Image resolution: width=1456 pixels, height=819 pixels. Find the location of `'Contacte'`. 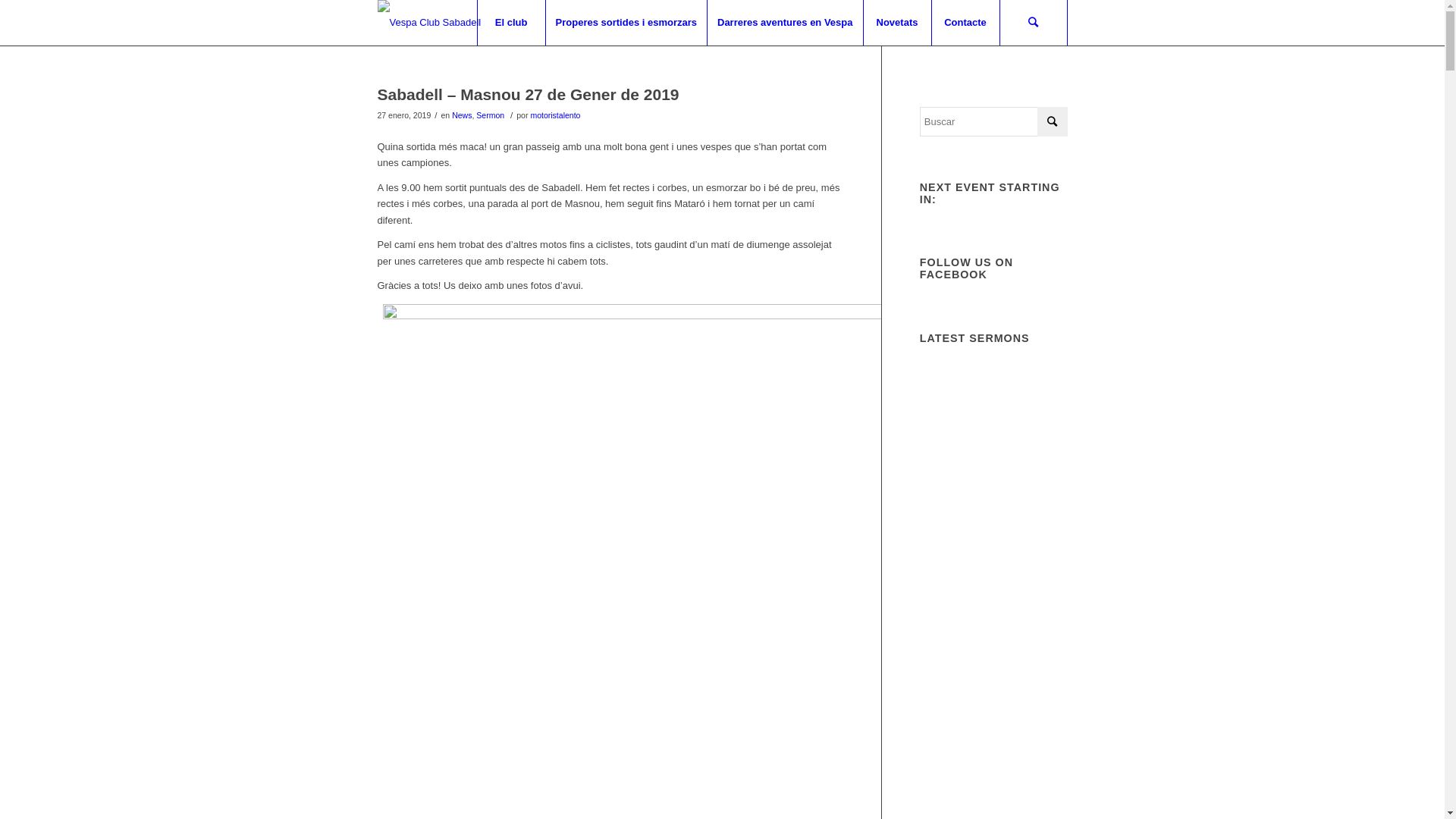

'Contacte' is located at coordinates (964, 23).